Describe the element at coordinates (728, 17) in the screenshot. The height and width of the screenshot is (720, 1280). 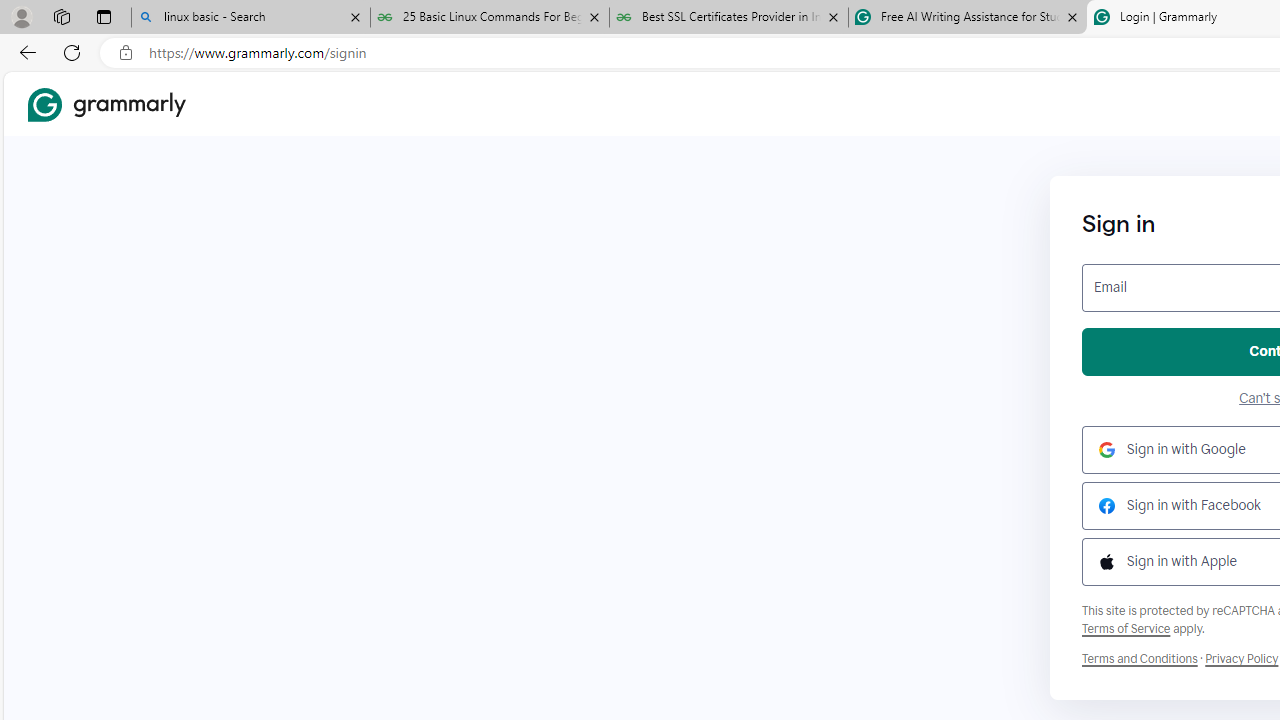
I see `'Best SSL Certificates Provider in India - GeeksforGeeks'` at that location.